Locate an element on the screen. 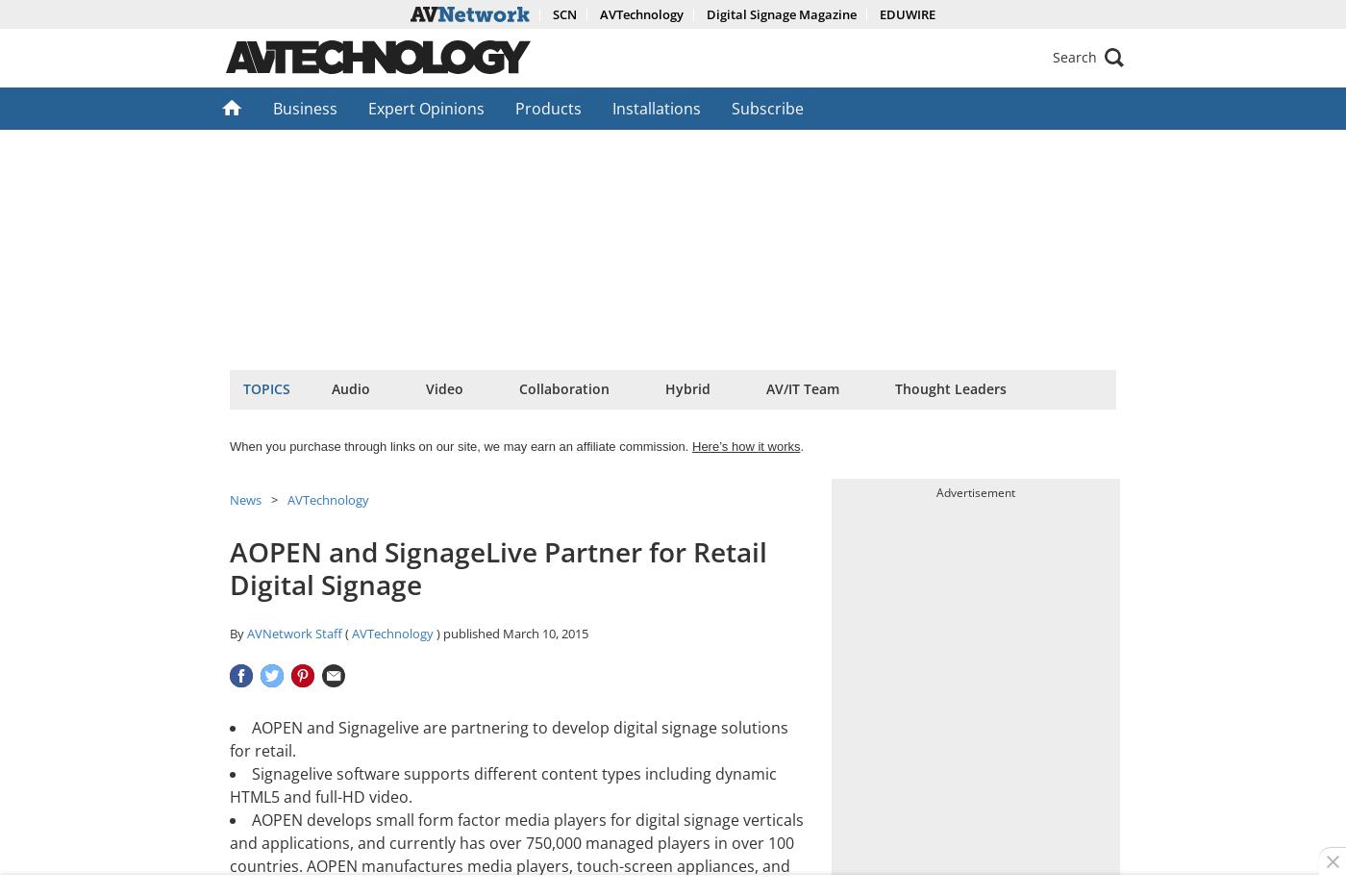  'When you purchase through links on our site, we may earn an affiliate commission.' is located at coordinates (461, 446).